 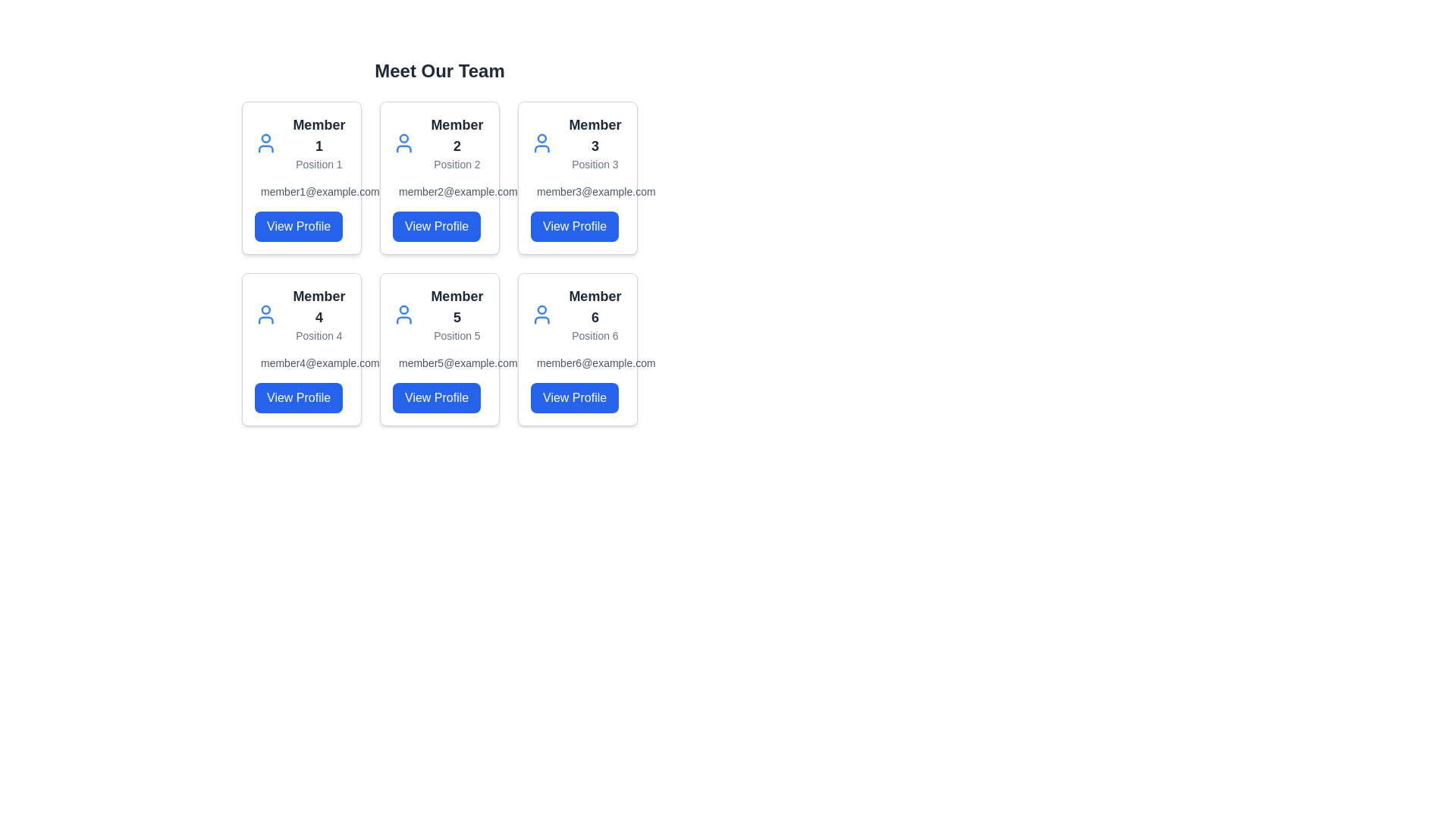 What do you see at coordinates (302, 350) in the screenshot?
I see `the 'View Profile' button on the card component for 'Member 4', which contains a title, subtitle, and email address, located` at bounding box center [302, 350].